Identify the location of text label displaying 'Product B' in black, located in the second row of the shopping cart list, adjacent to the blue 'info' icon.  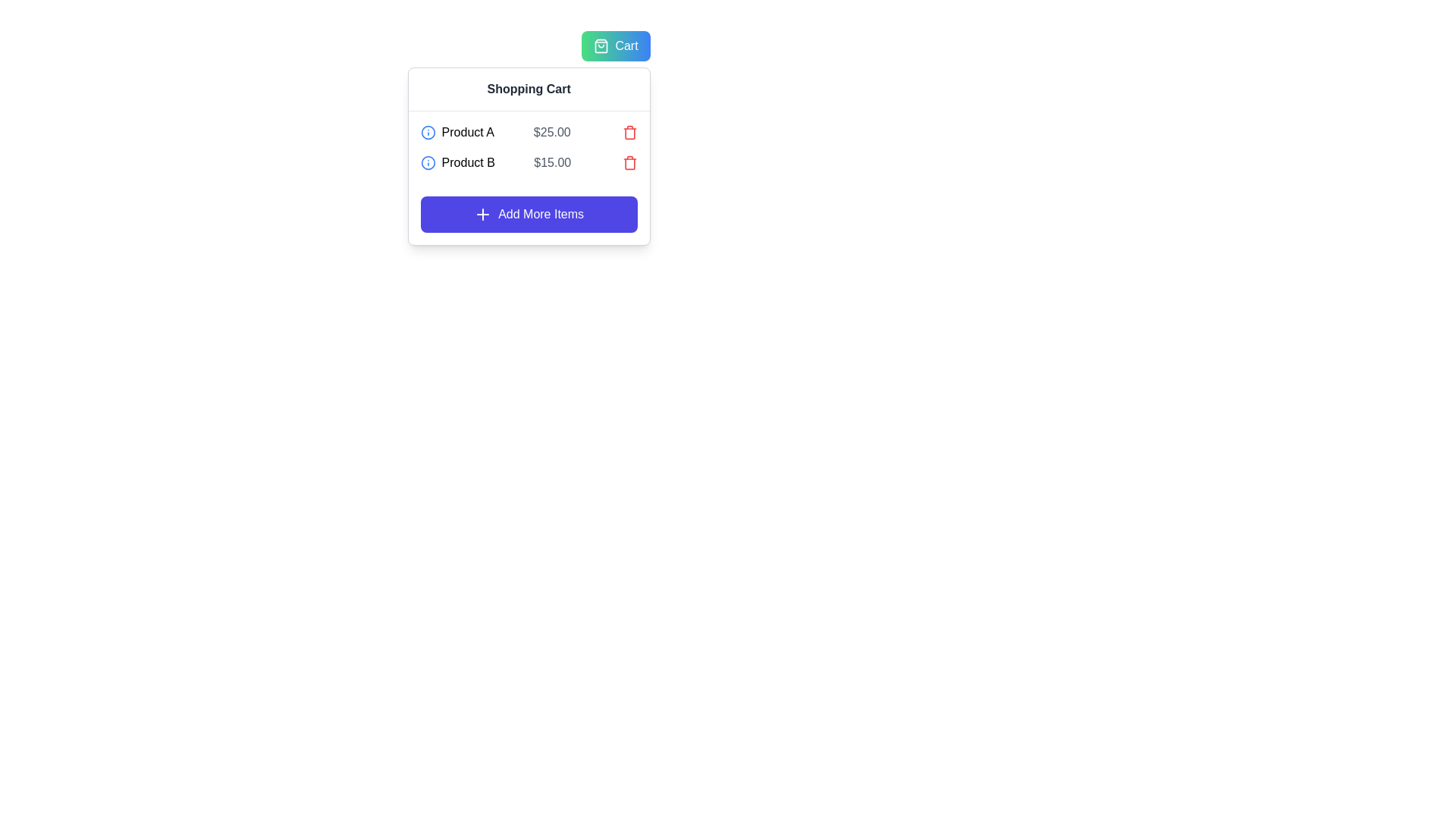
(457, 163).